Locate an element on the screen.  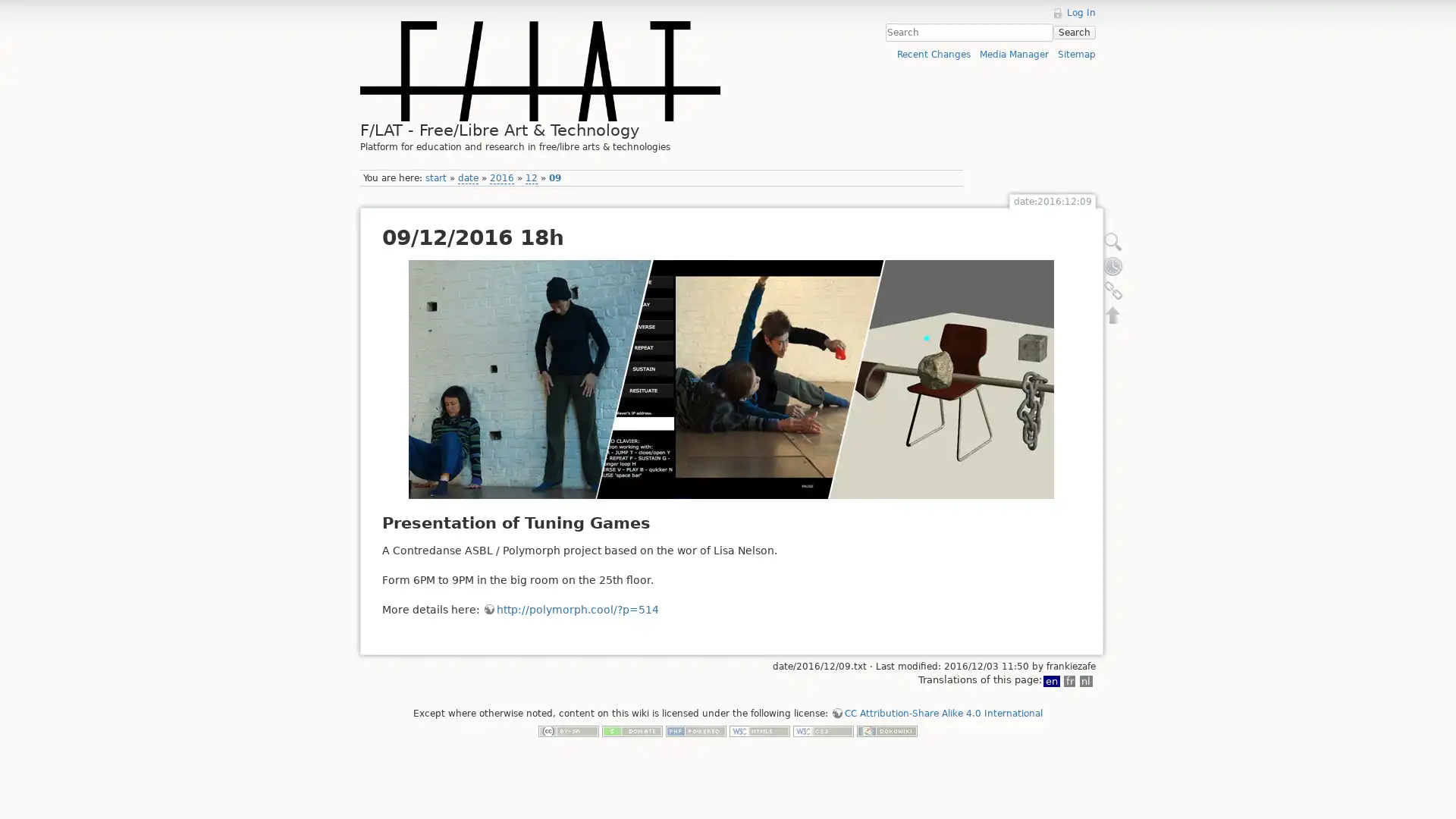
Search is located at coordinates (1073, 32).